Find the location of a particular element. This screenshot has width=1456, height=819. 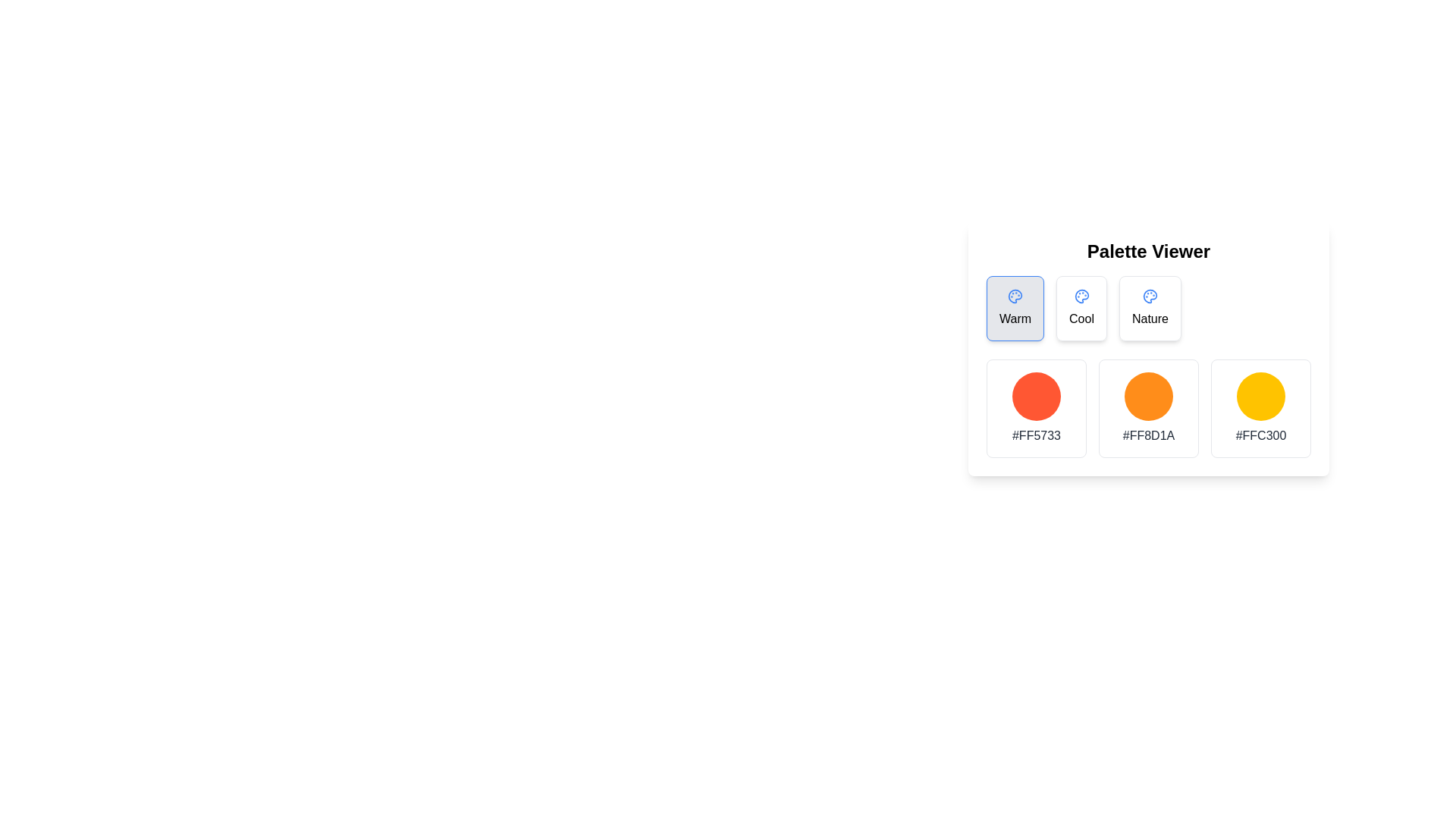

the 'Cool' theme icon in the Palette Viewer interface is located at coordinates (1081, 296).